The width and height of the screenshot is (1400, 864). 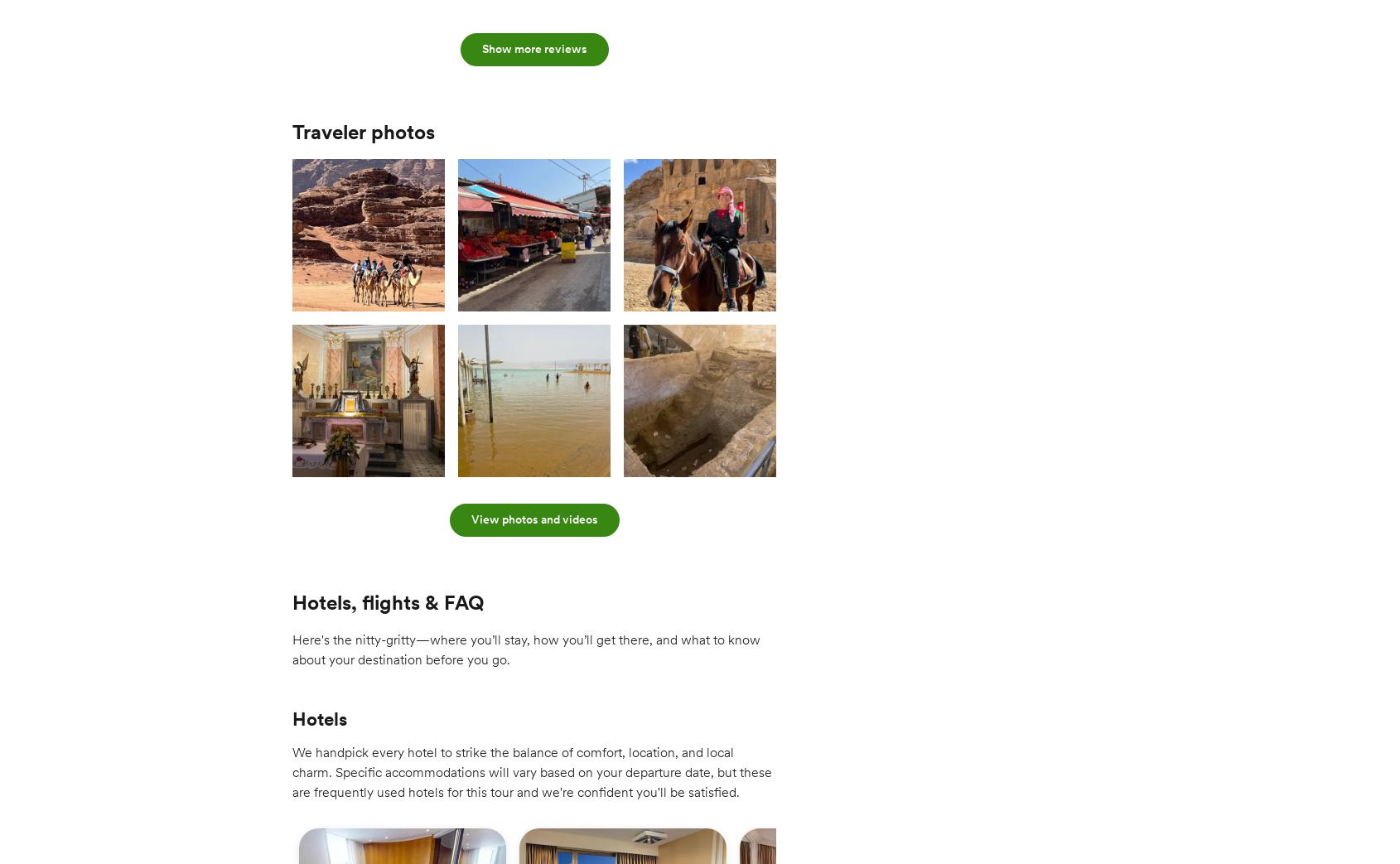 What do you see at coordinates (862, 7) in the screenshot?
I see `'May 19'` at bounding box center [862, 7].